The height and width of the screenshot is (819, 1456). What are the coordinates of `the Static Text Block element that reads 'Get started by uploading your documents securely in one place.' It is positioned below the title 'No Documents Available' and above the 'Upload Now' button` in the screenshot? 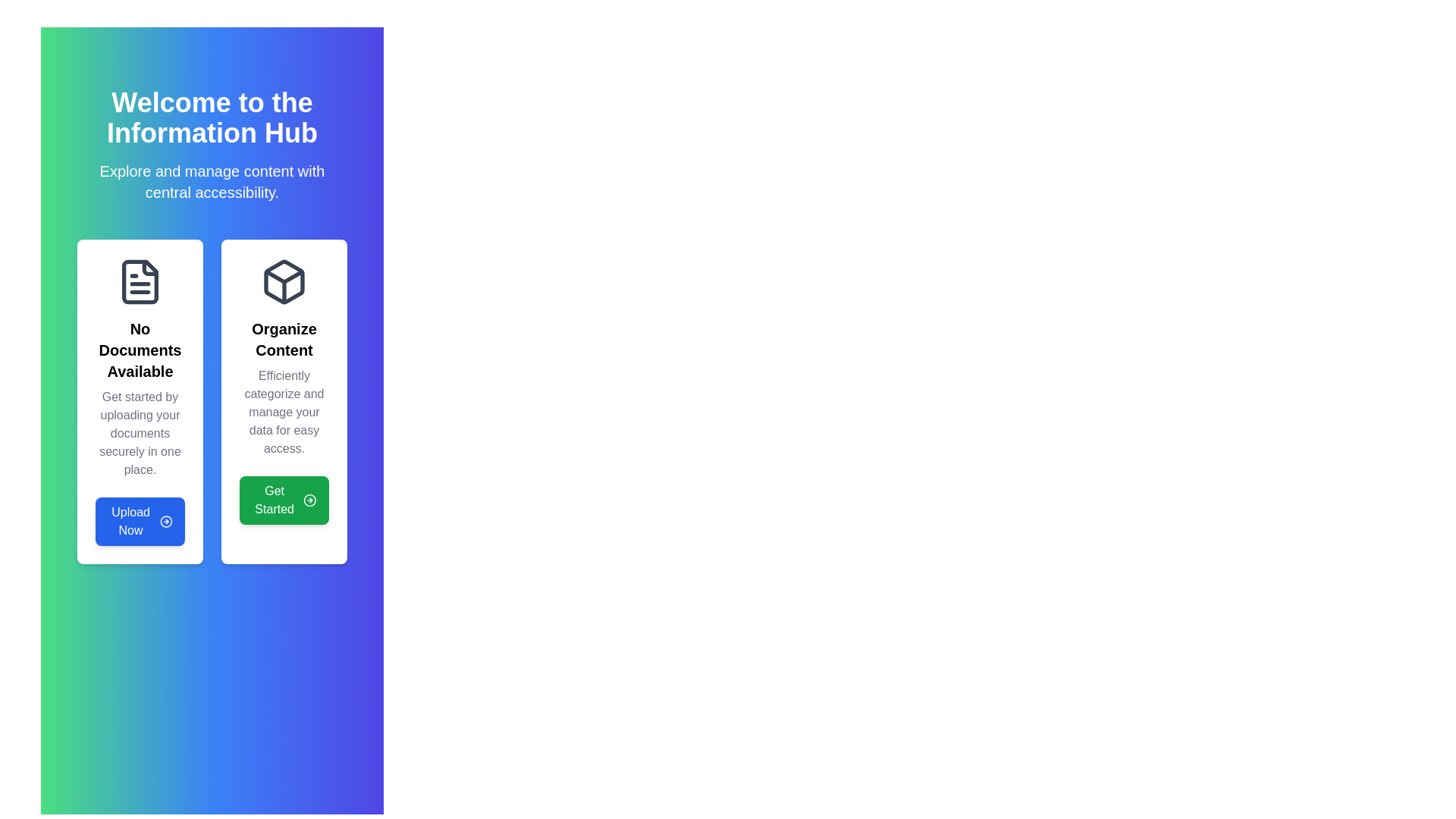 It's located at (140, 433).